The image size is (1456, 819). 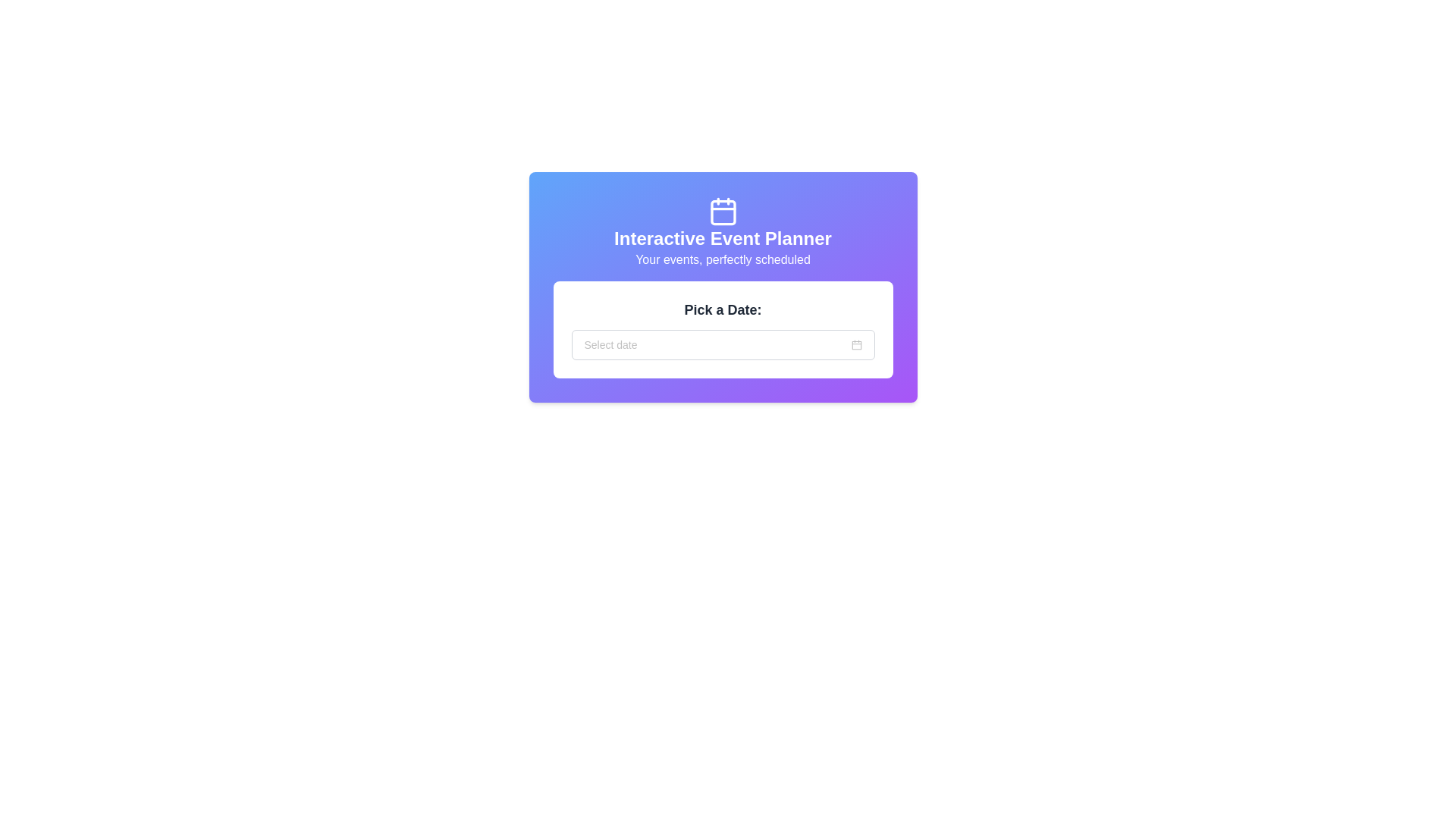 What do you see at coordinates (856, 345) in the screenshot?
I see `the calendar icon located to the right of the date input field in the interactive date picker interface` at bounding box center [856, 345].